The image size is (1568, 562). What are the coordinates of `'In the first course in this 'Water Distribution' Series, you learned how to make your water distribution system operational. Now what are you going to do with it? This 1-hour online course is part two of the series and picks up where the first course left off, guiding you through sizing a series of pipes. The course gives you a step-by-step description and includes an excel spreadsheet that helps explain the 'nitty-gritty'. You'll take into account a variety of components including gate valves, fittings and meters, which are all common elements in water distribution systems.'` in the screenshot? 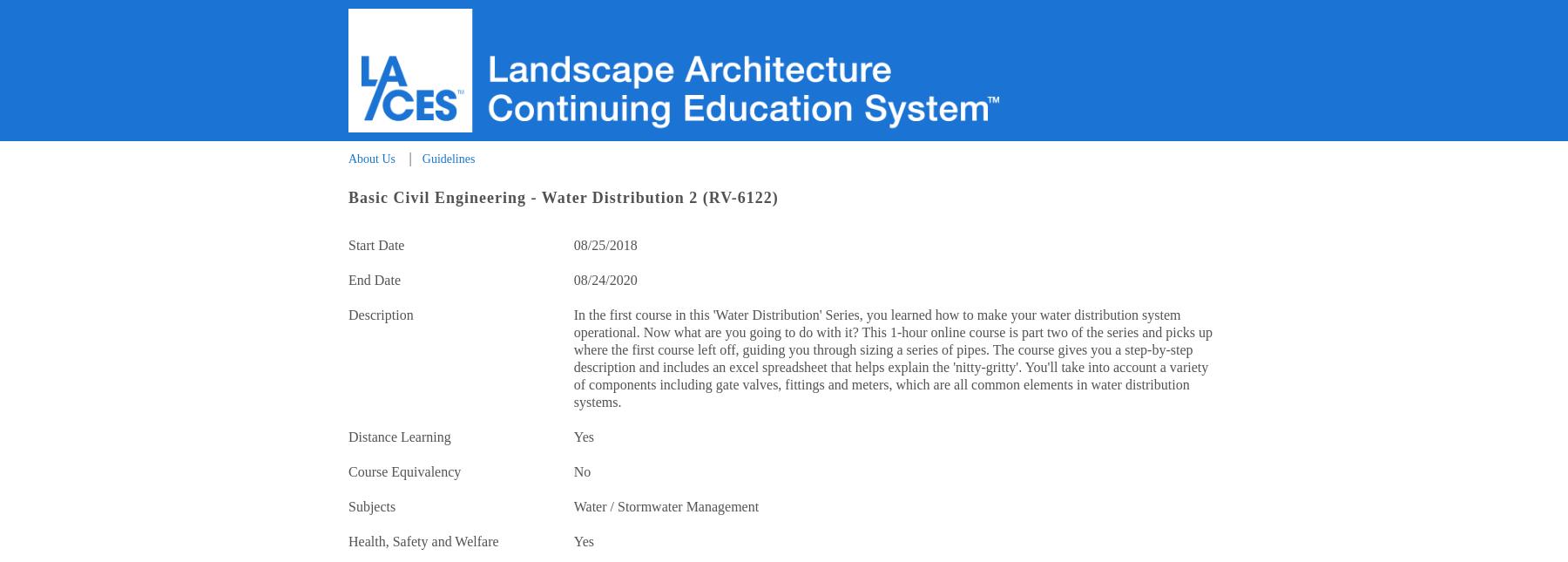 It's located at (892, 358).